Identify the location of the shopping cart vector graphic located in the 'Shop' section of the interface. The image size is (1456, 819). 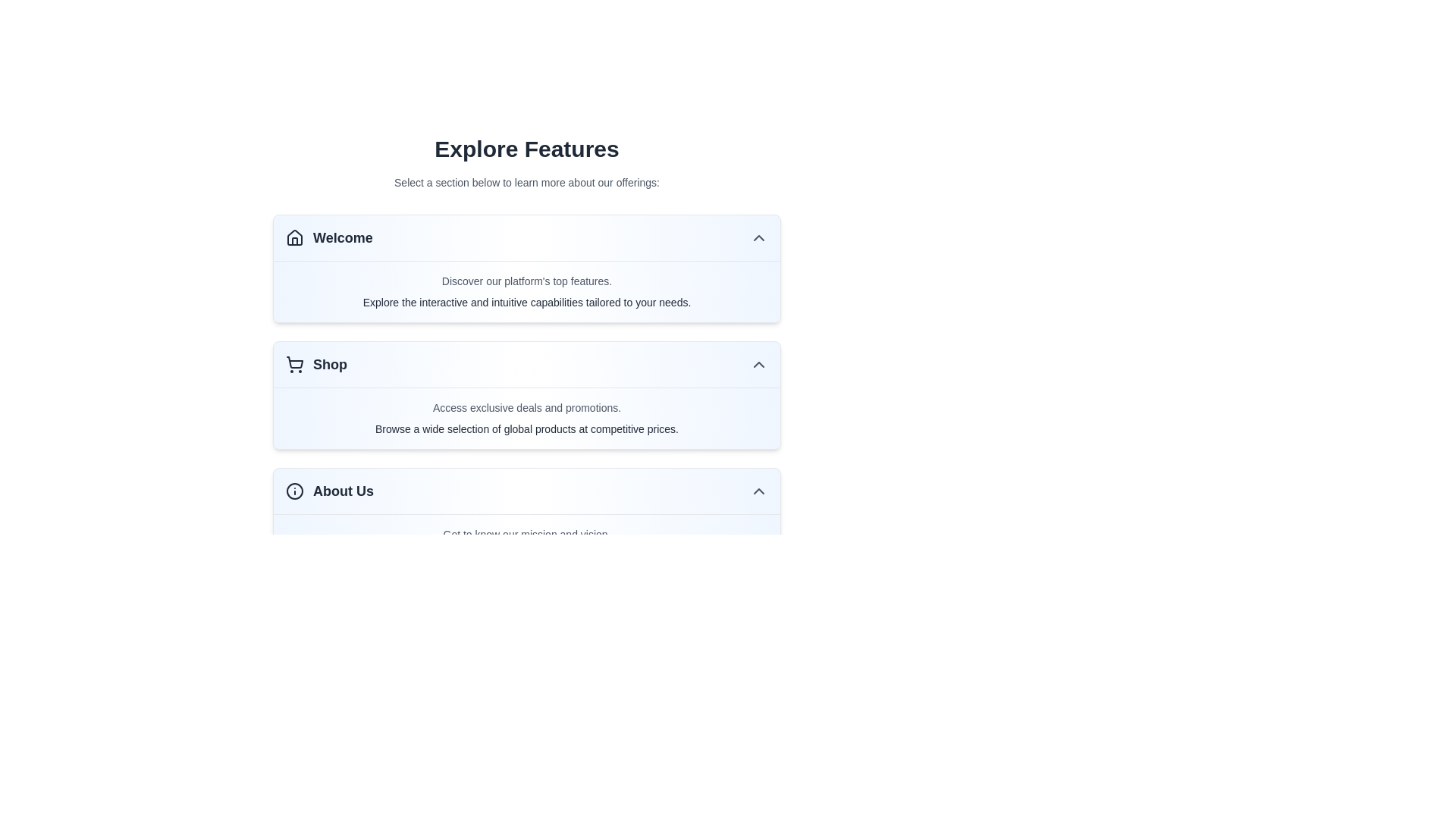
(294, 362).